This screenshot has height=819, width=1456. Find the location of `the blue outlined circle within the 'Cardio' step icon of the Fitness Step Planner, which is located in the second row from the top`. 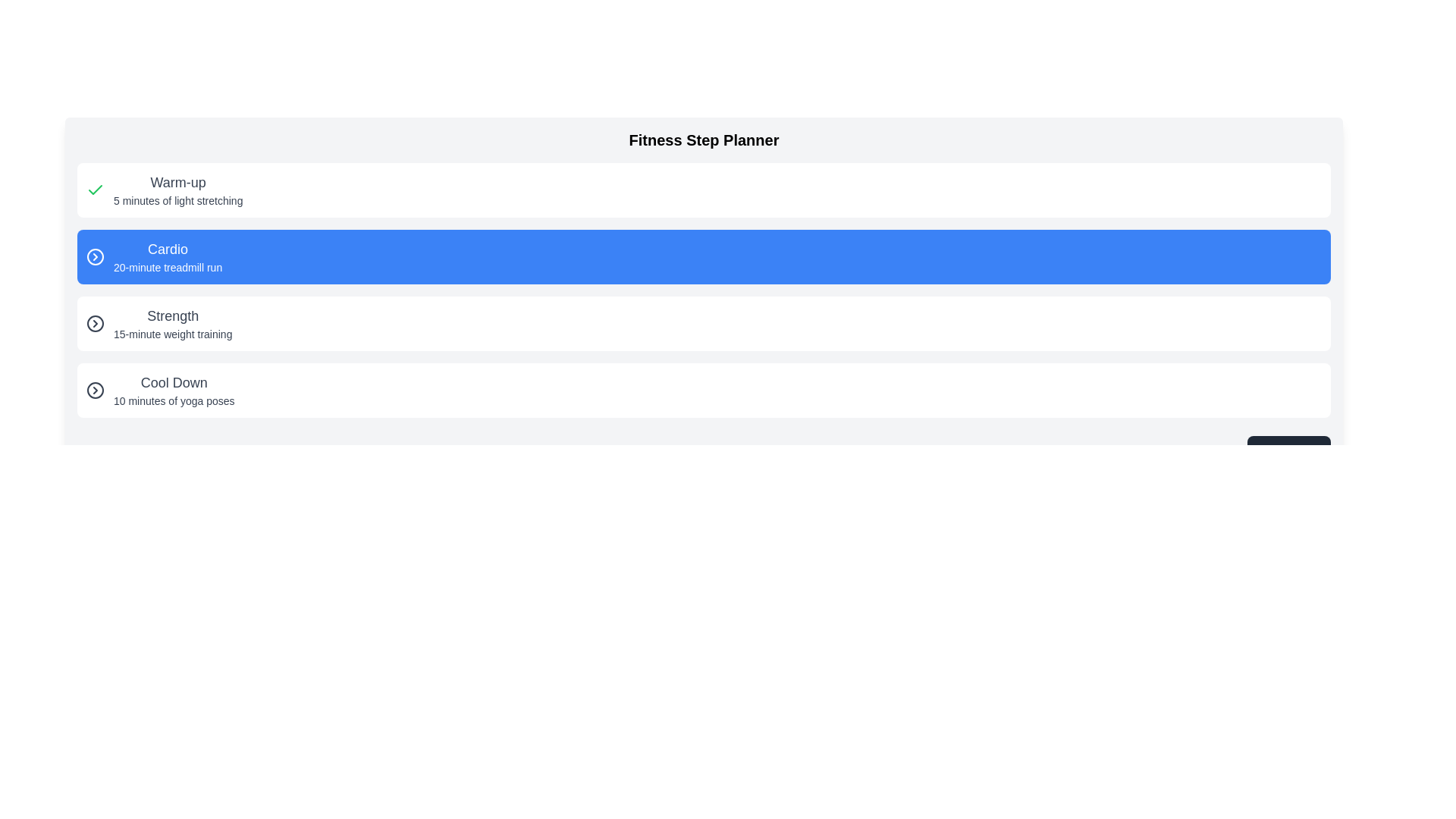

the blue outlined circle within the 'Cardio' step icon of the Fitness Step Planner, which is located in the second row from the top is located at coordinates (94, 256).